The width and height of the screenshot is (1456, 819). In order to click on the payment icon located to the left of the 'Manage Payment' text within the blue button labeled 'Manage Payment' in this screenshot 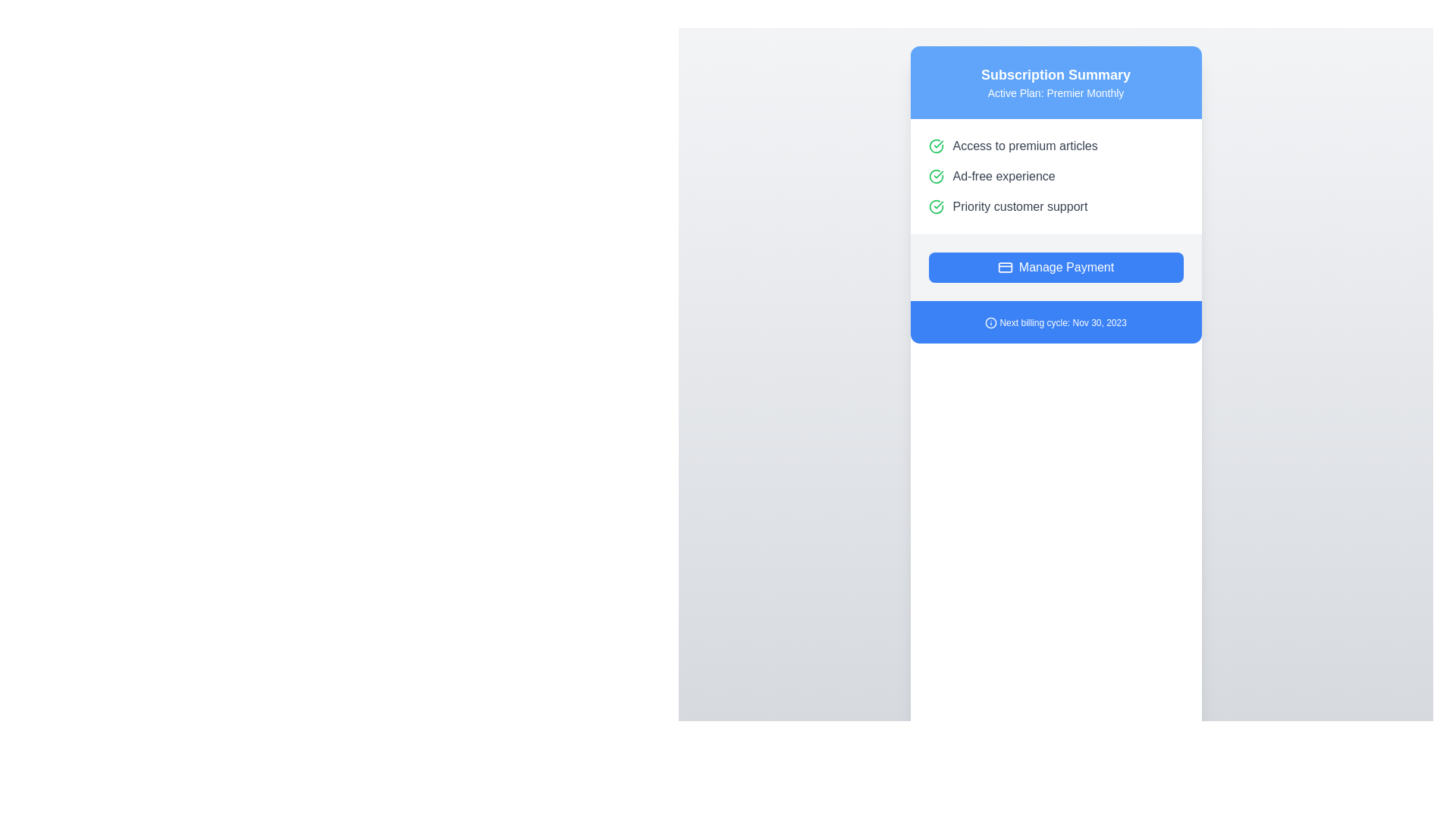, I will do `click(1005, 267)`.